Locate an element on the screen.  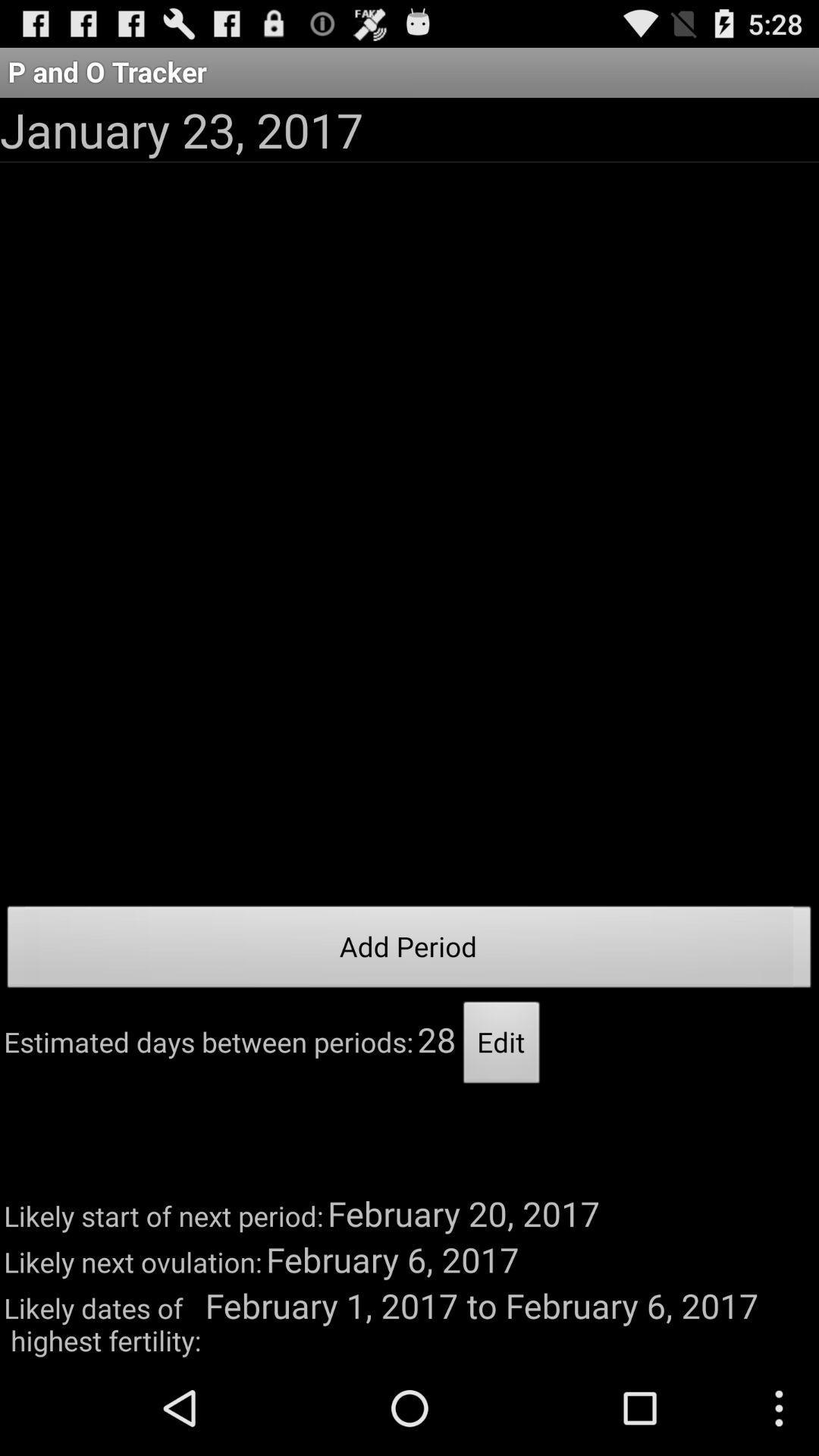
icon at the center is located at coordinates (409, 950).